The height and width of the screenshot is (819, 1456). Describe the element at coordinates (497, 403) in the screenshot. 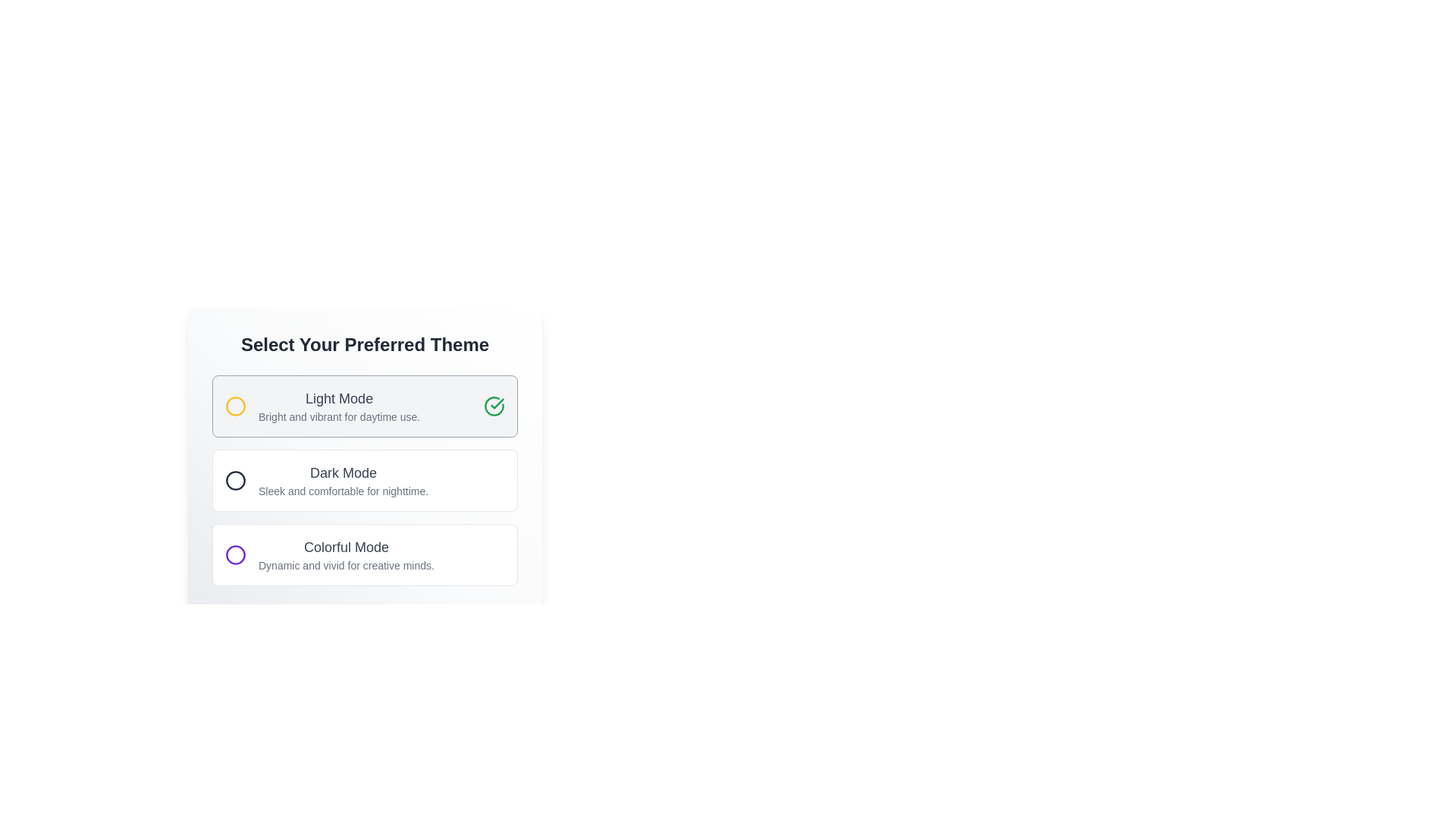

I see `the green checkmark icon within the 'Light Mode' selection box as a confirmation sign` at that location.